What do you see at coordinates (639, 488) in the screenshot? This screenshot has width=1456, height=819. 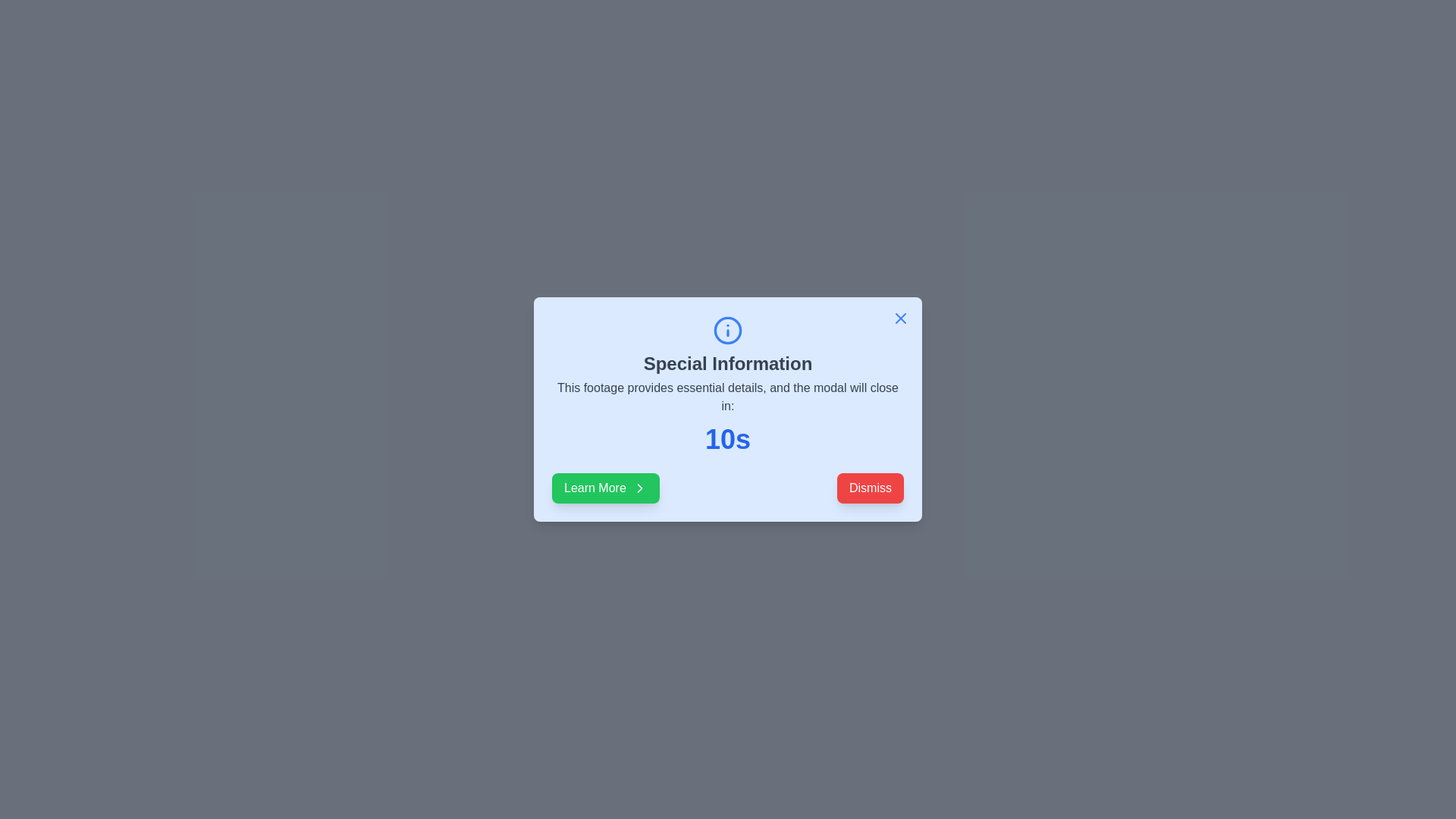 I see `the small chevron-shaped icon pointing to the right, which is located within the green 'Learn More' button on the lower left side of the modal dialog` at bounding box center [639, 488].